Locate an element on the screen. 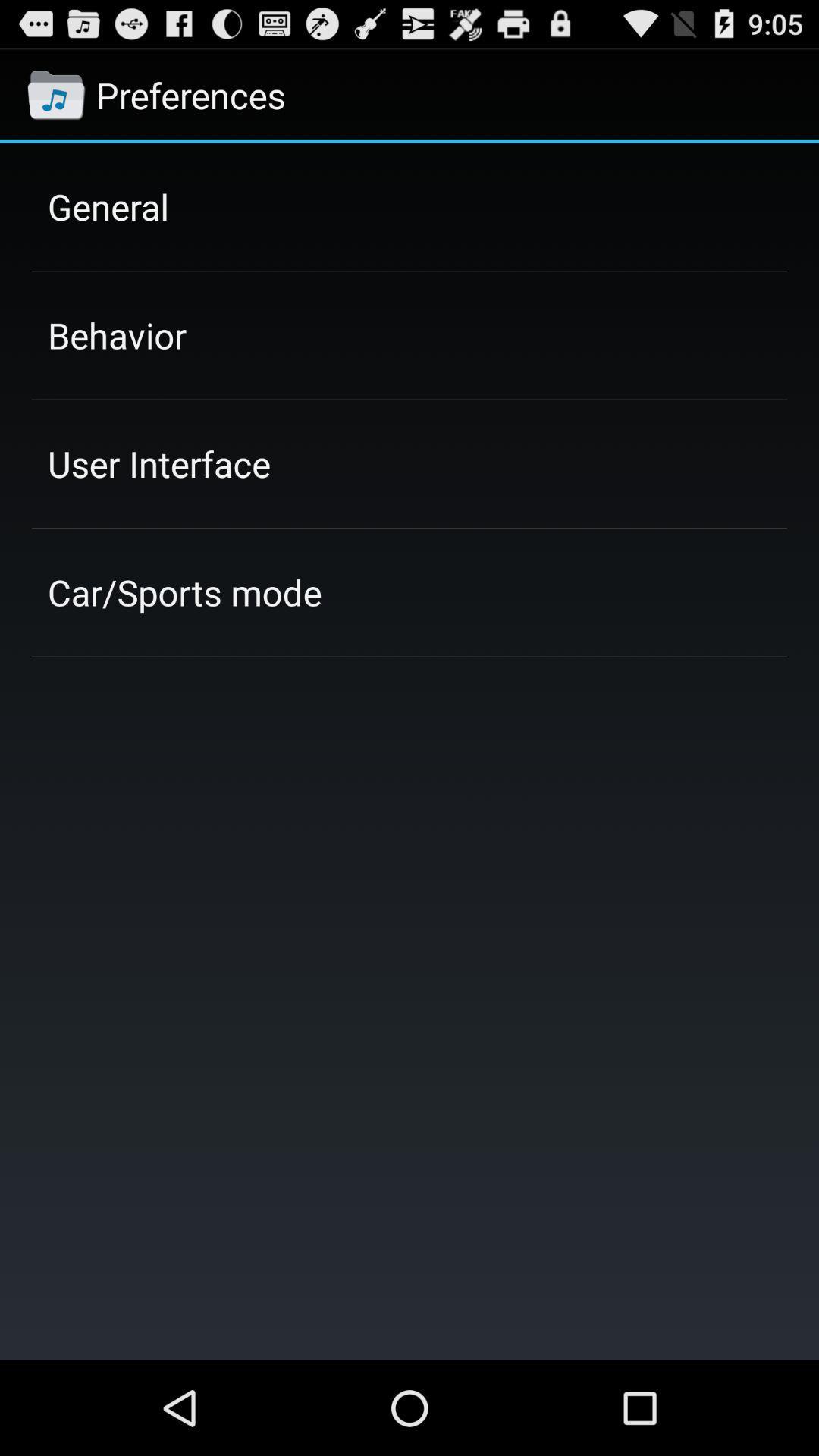  general is located at coordinates (107, 206).